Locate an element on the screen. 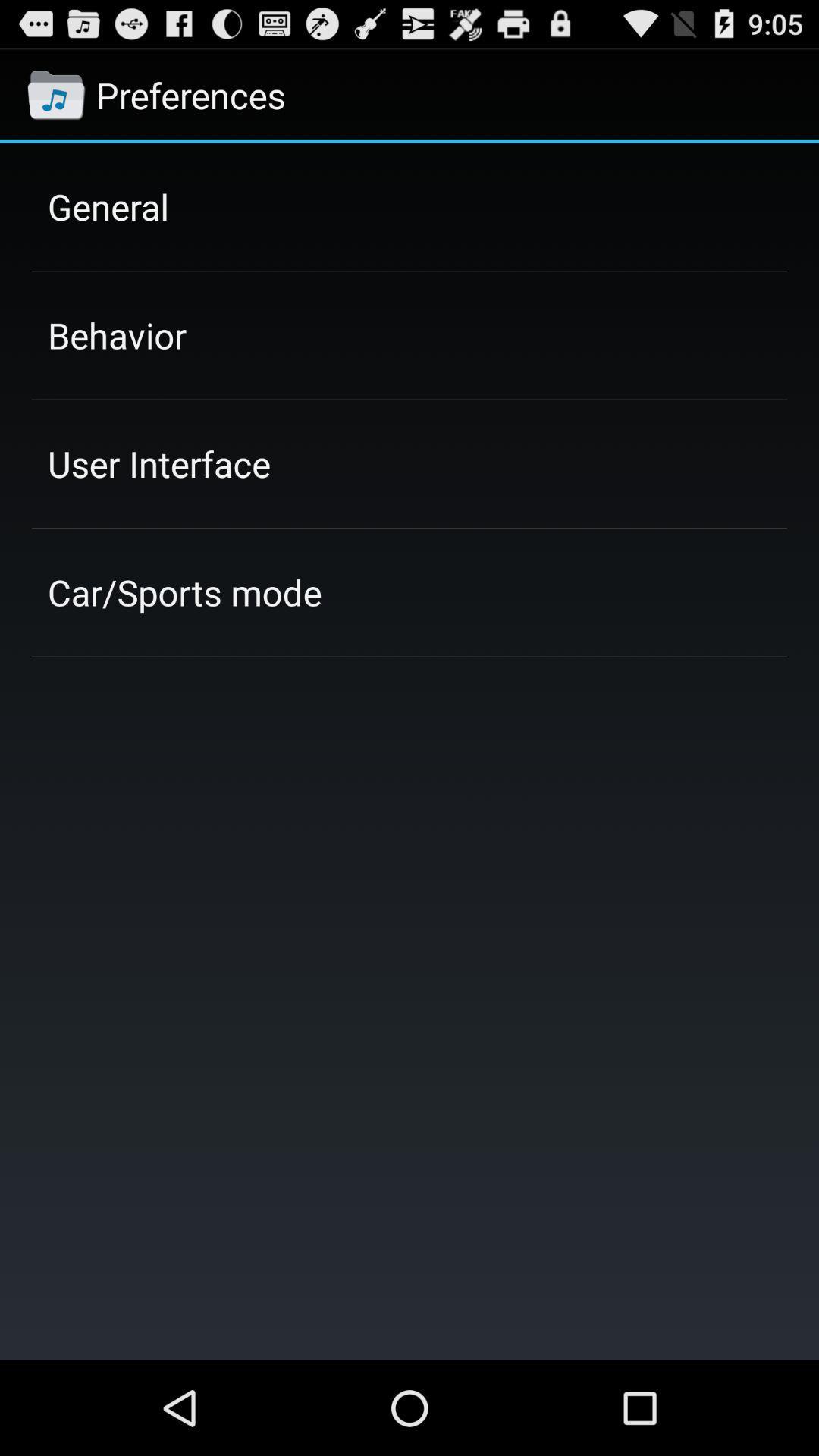  general is located at coordinates (107, 206).